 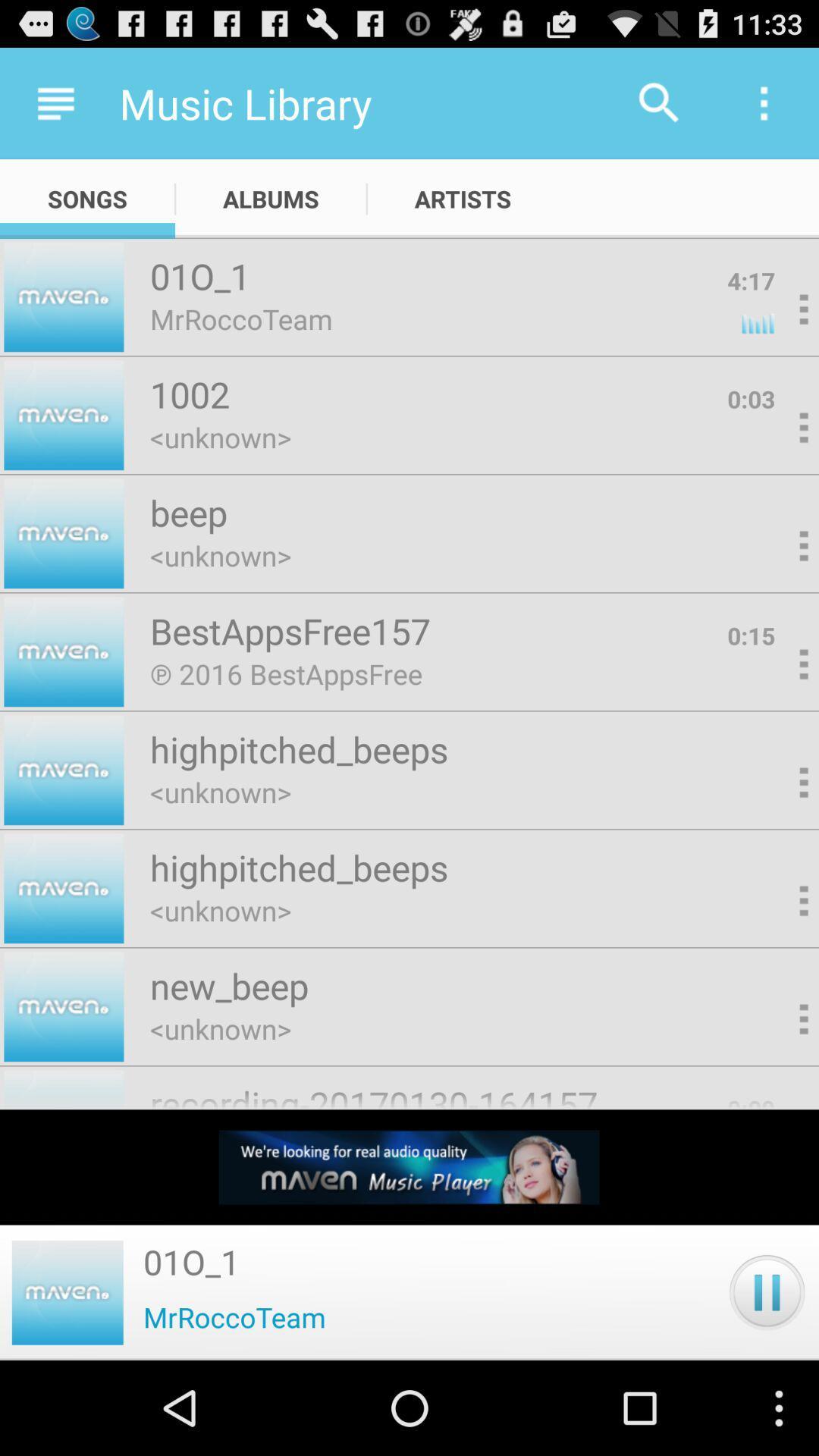 I want to click on the more icon, so click(x=779, y=1092).